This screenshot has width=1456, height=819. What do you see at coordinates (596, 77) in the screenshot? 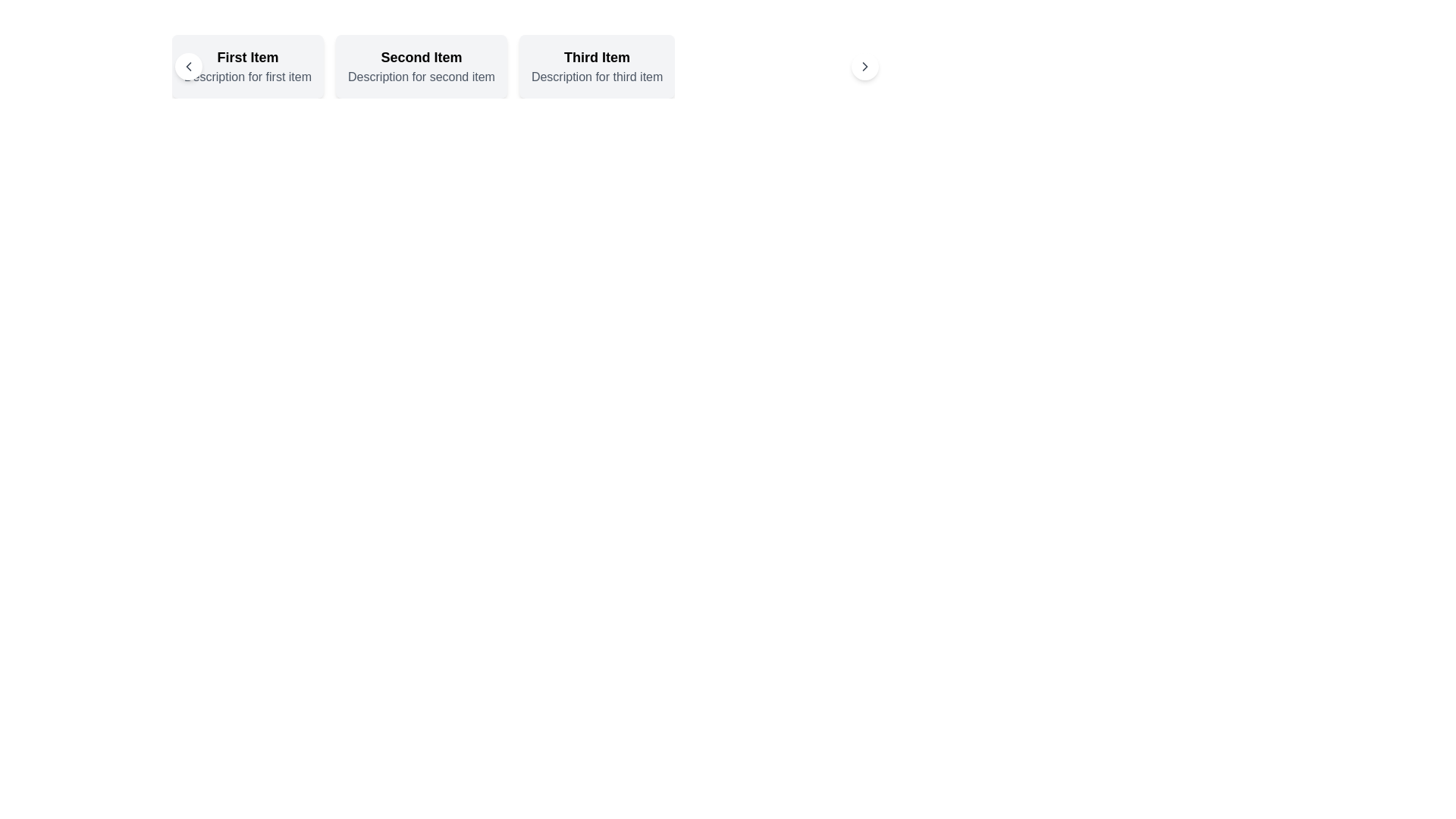
I see `the descriptive text label located under the 'Third Item' title to trigger the tooltip or interaction` at bounding box center [596, 77].